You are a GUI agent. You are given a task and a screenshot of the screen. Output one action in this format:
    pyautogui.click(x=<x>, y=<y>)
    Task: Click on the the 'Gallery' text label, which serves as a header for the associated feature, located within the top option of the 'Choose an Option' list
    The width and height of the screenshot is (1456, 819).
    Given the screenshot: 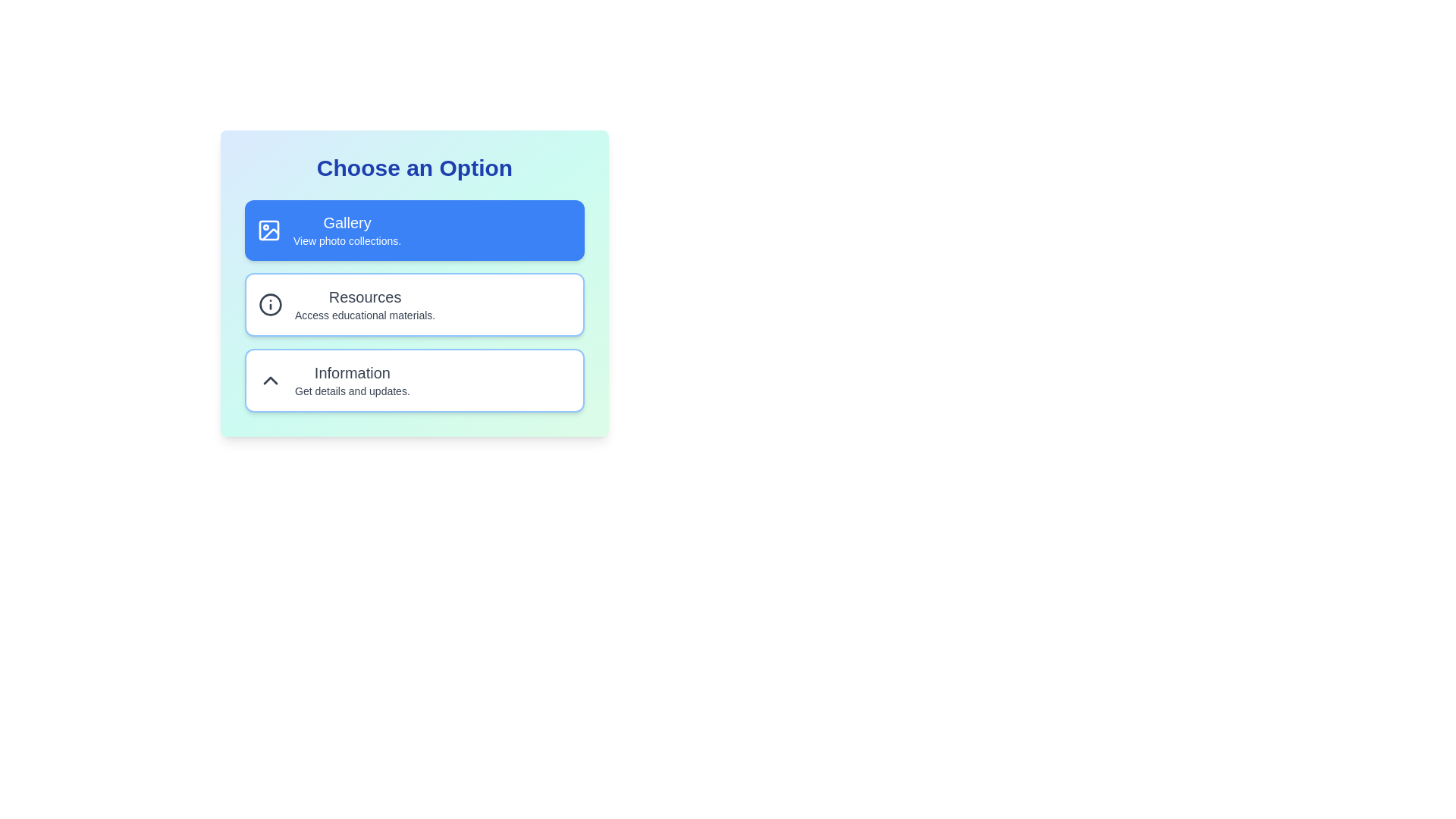 What is the action you would take?
    pyautogui.click(x=347, y=222)
    